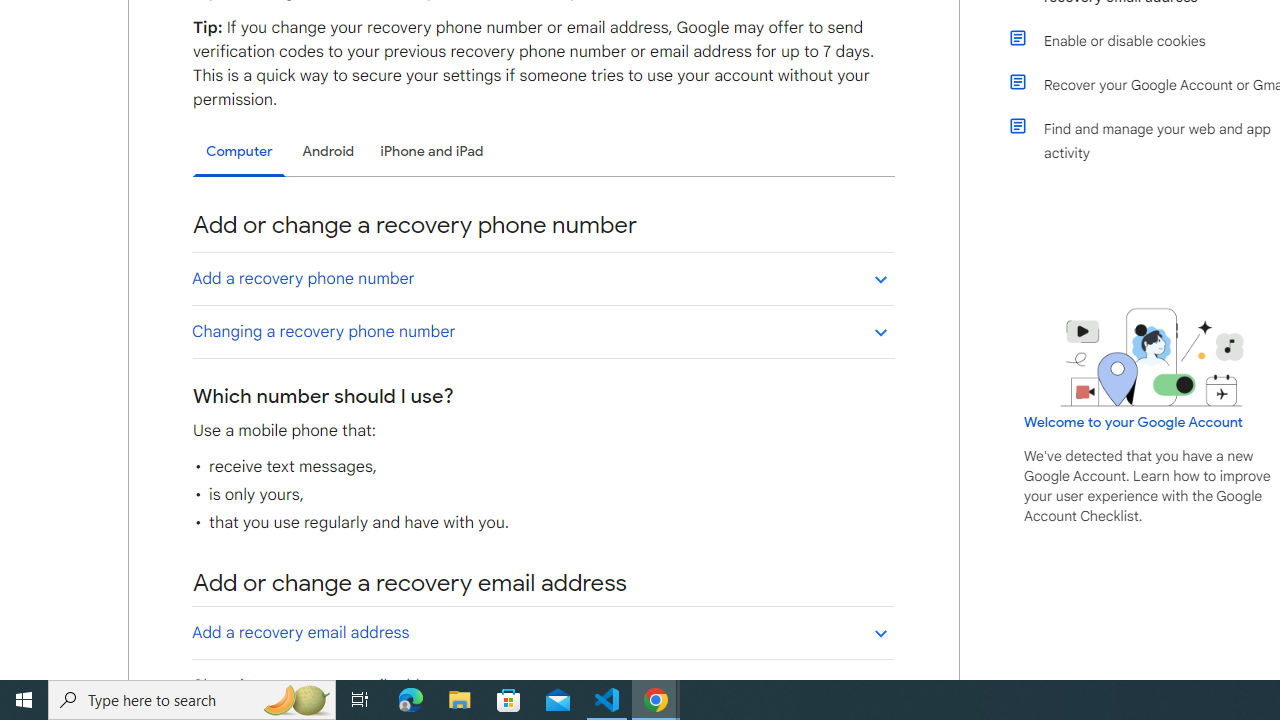  I want to click on 'Changing a recovery email address', so click(542, 684).